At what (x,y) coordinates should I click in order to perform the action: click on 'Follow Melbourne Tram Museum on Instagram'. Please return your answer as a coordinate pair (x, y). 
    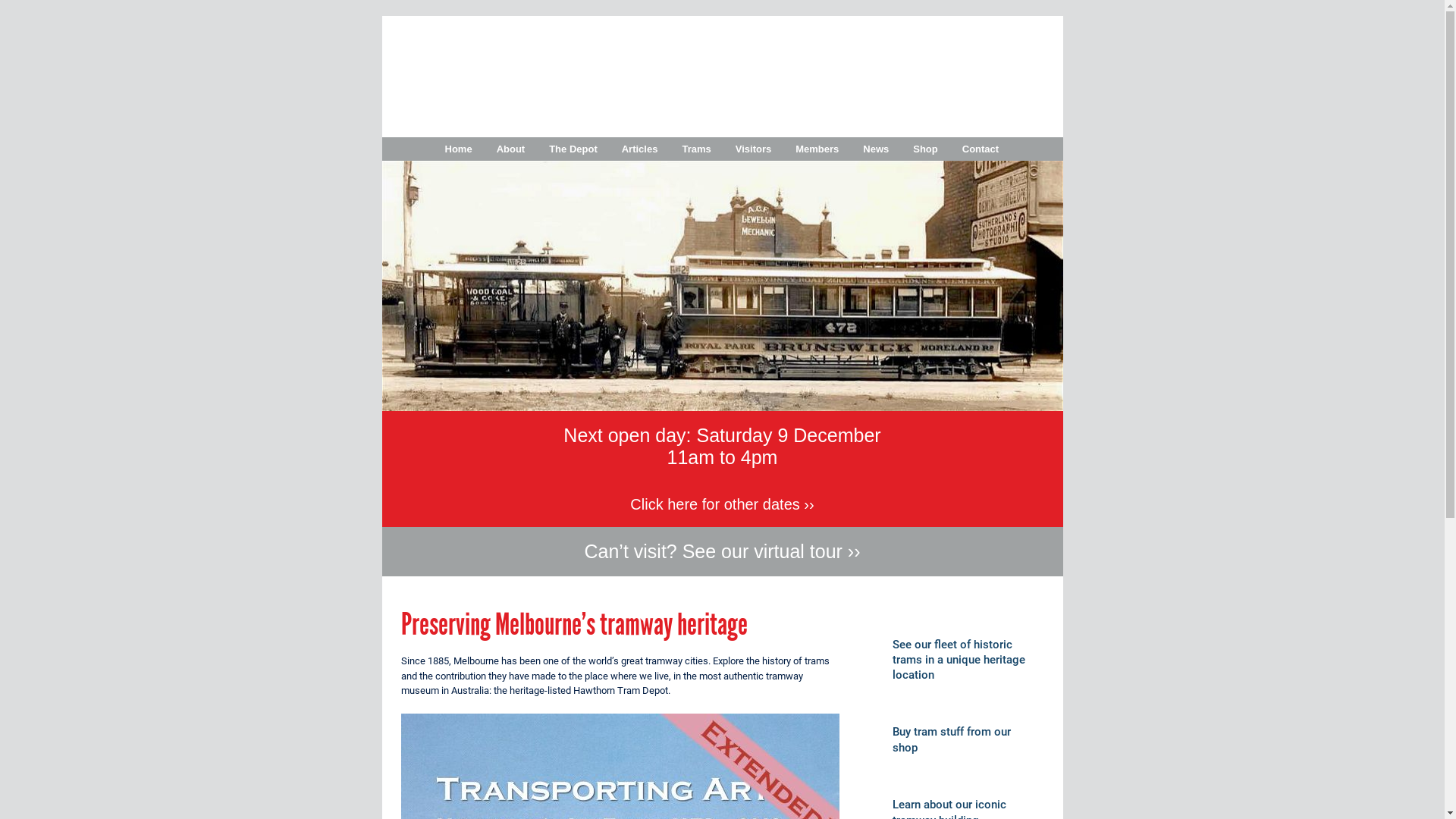
    Looking at the image, I should click on (1433, 146).